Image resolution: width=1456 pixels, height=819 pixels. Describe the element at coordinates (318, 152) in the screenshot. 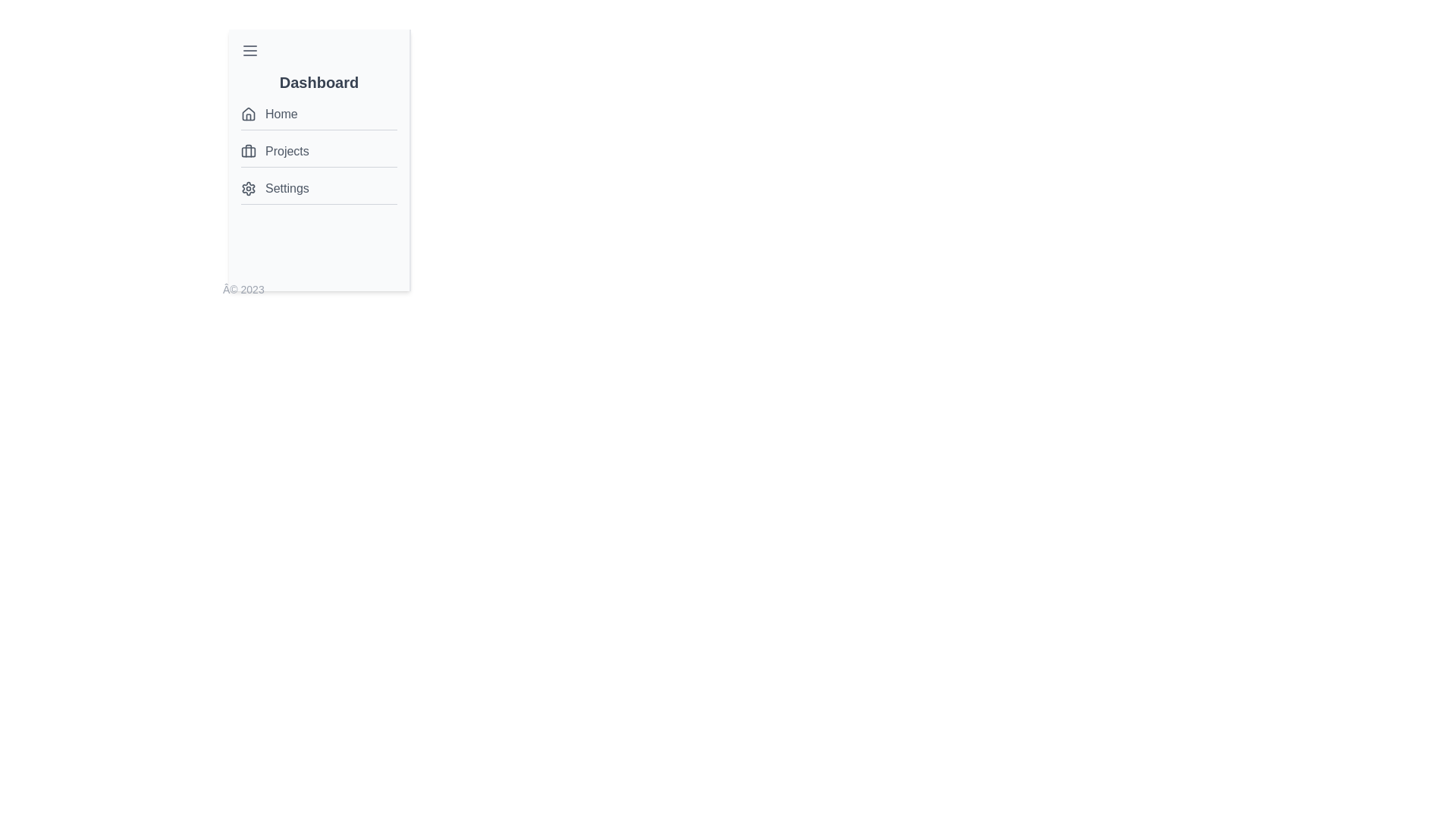

I see `the 'Projects' item in the sidebar to navigate to the 'Projects' section` at that location.